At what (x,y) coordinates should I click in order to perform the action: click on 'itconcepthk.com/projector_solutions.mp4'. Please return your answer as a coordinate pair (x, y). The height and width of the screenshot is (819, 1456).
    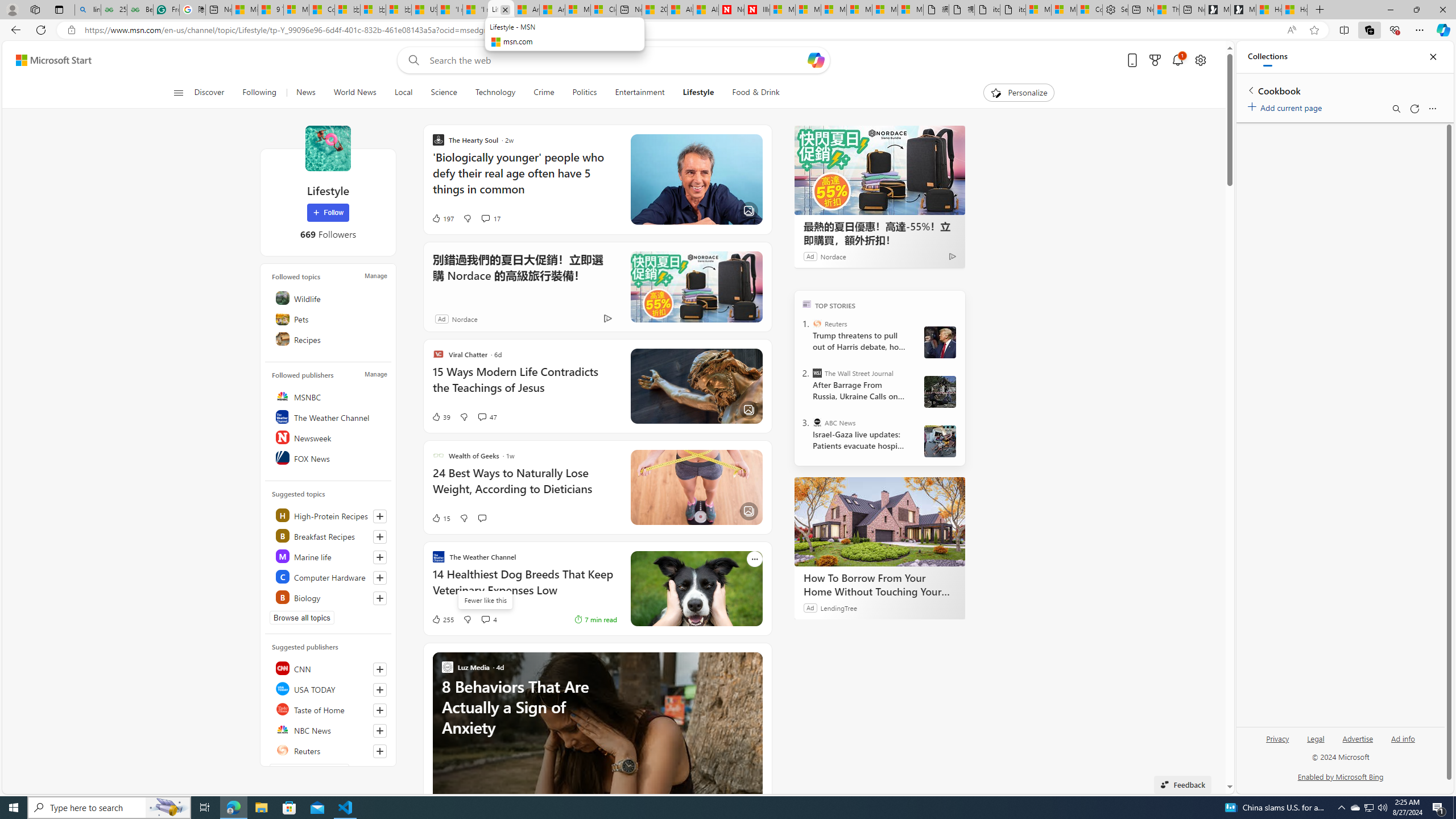
    Looking at the image, I should click on (1013, 9).